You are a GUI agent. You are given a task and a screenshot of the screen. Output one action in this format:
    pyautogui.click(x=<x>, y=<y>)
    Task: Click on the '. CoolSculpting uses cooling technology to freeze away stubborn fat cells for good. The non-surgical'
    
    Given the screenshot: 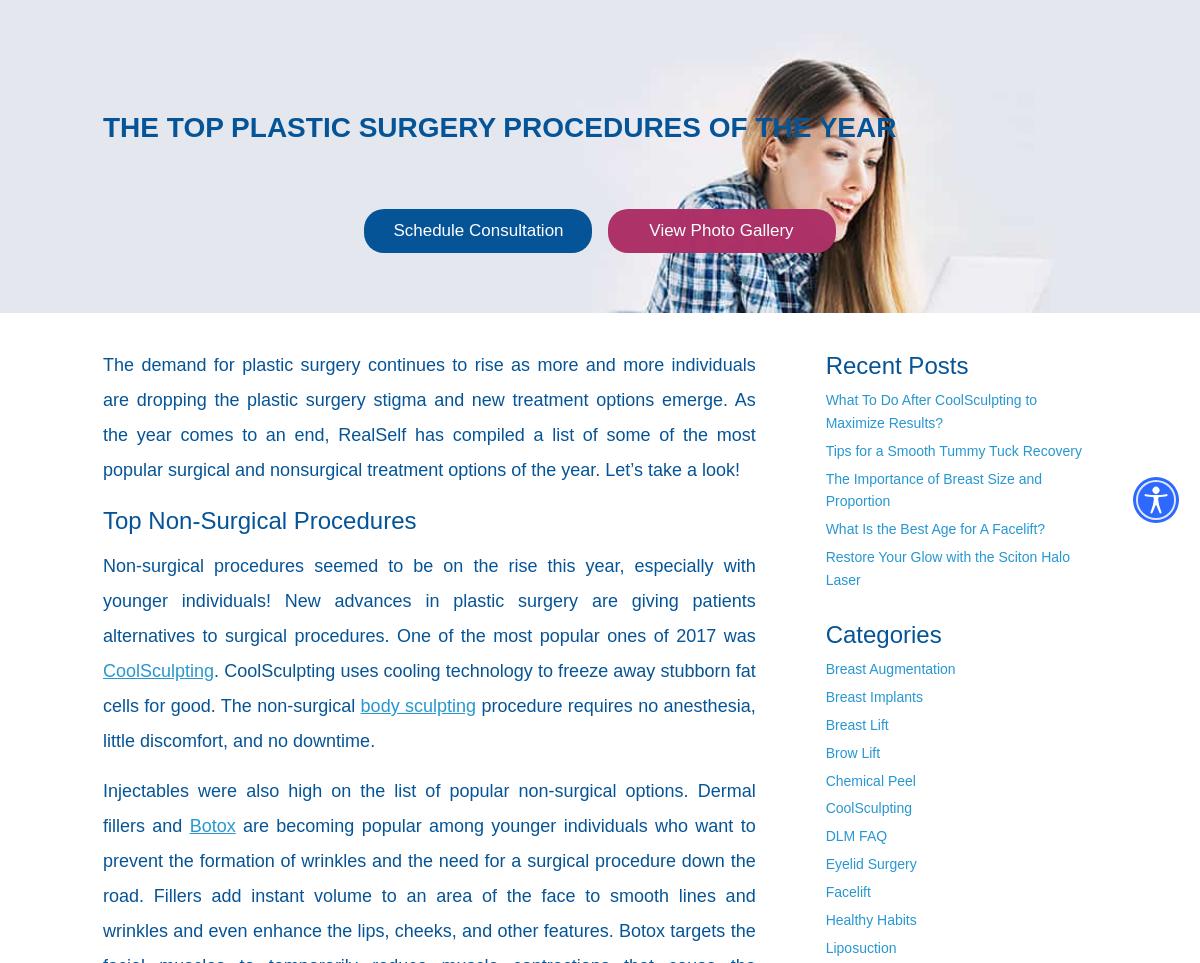 What is the action you would take?
    pyautogui.click(x=429, y=688)
    